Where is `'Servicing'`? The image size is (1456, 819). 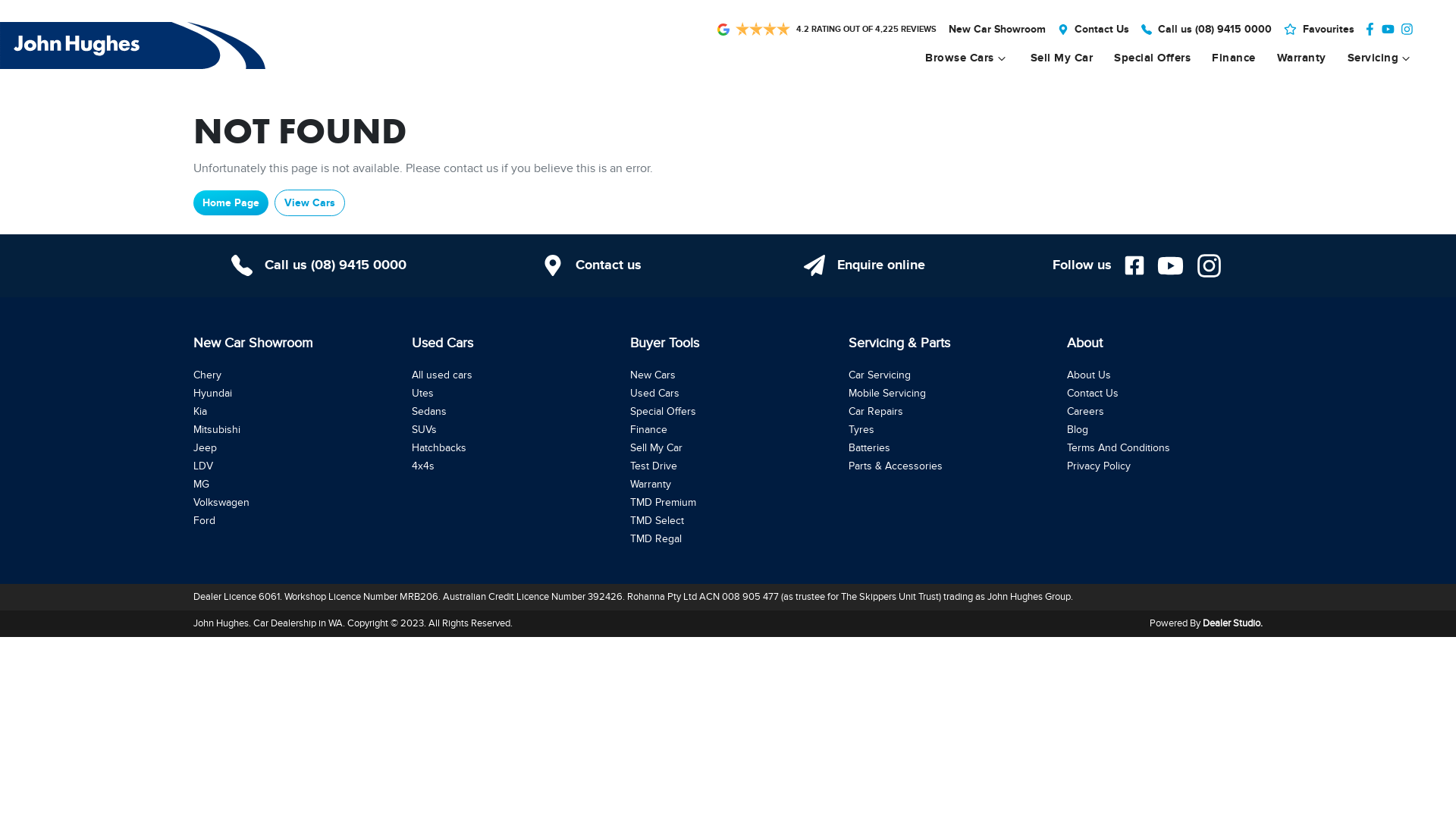 'Servicing' is located at coordinates (1376, 58).